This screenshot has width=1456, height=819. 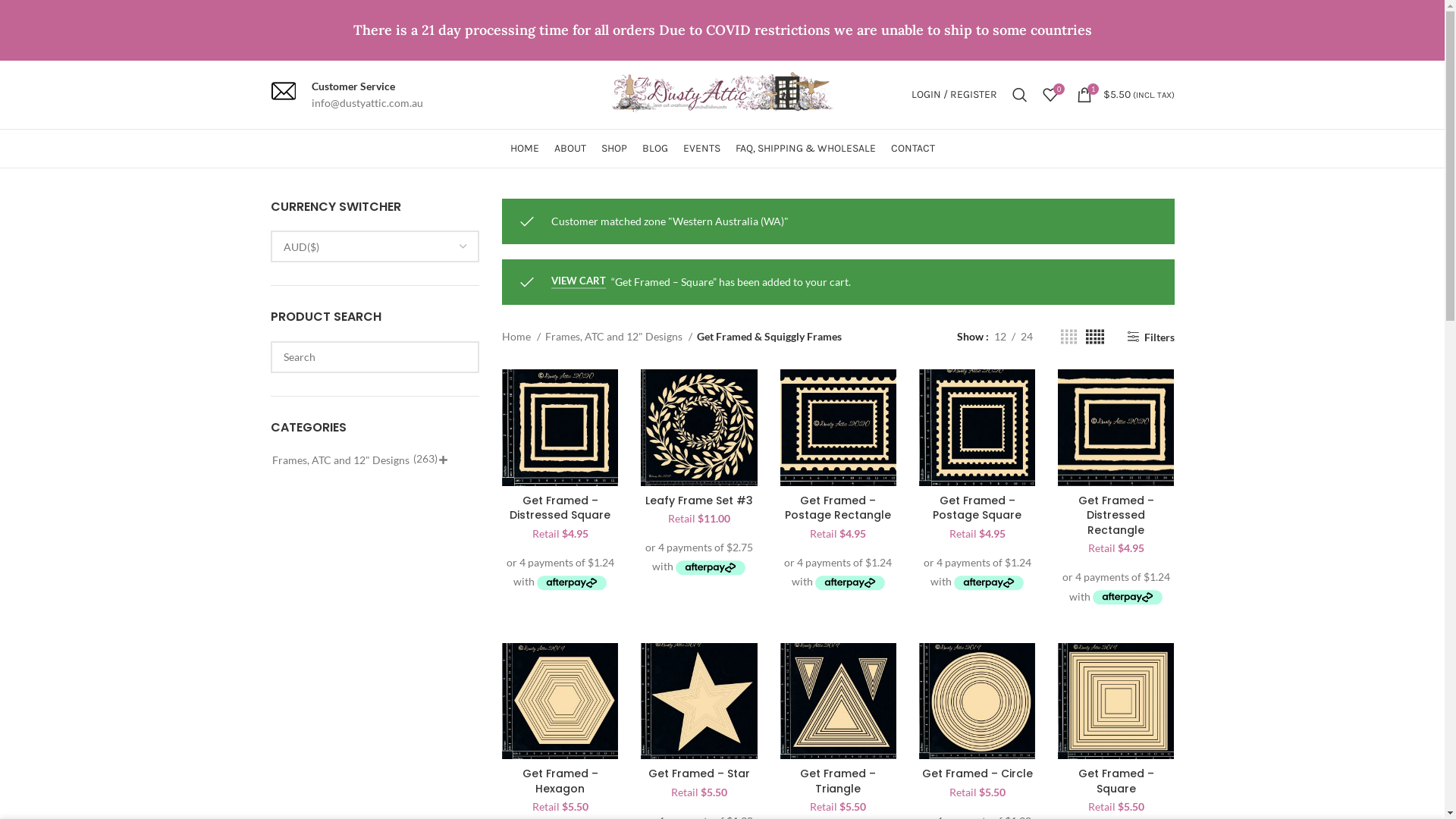 I want to click on '24', so click(x=1026, y=335).